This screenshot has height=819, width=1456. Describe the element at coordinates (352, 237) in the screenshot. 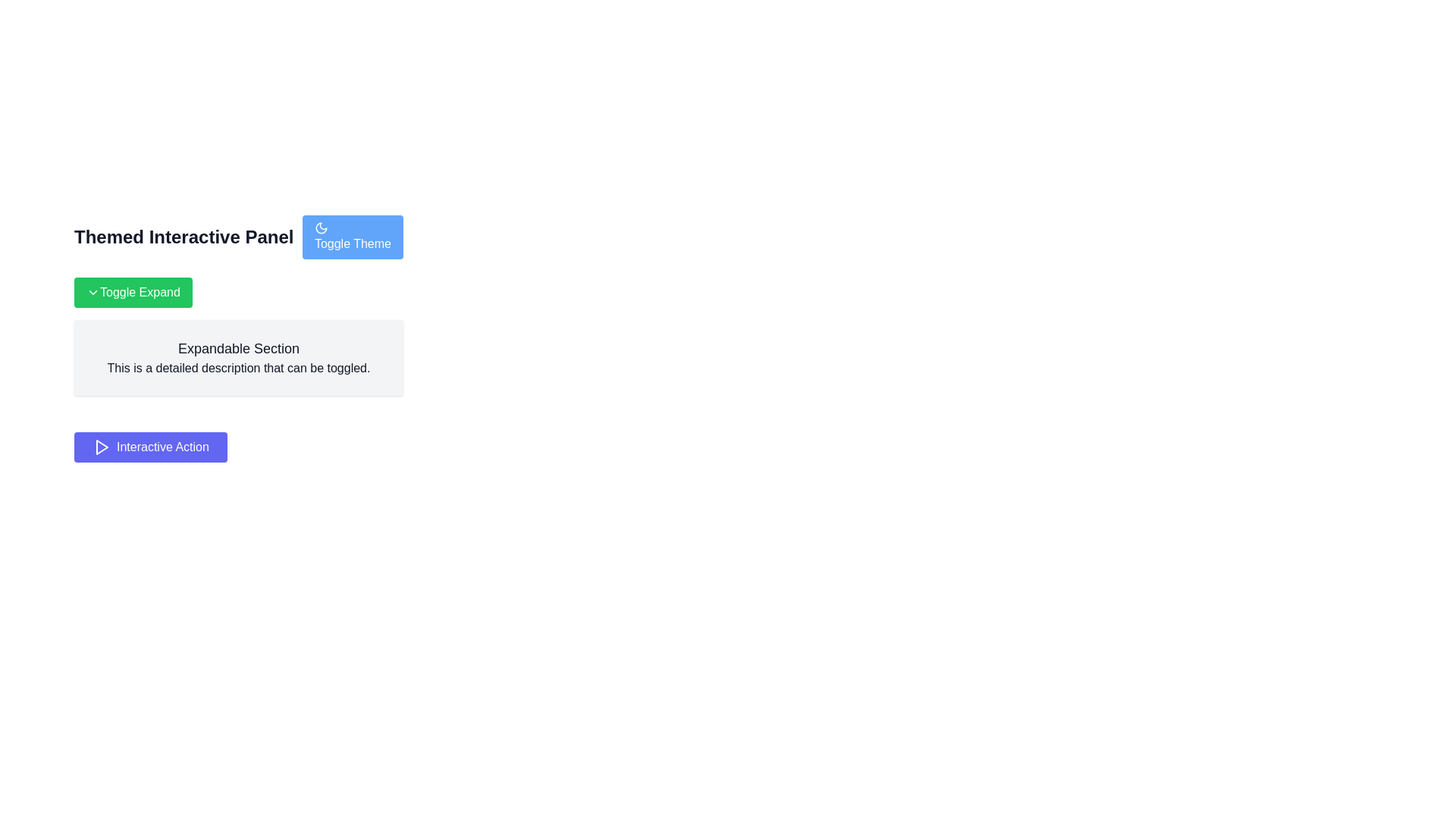

I see `the rounded rectangular blue button labeled 'Toggle Theme' with a moon icon` at that location.